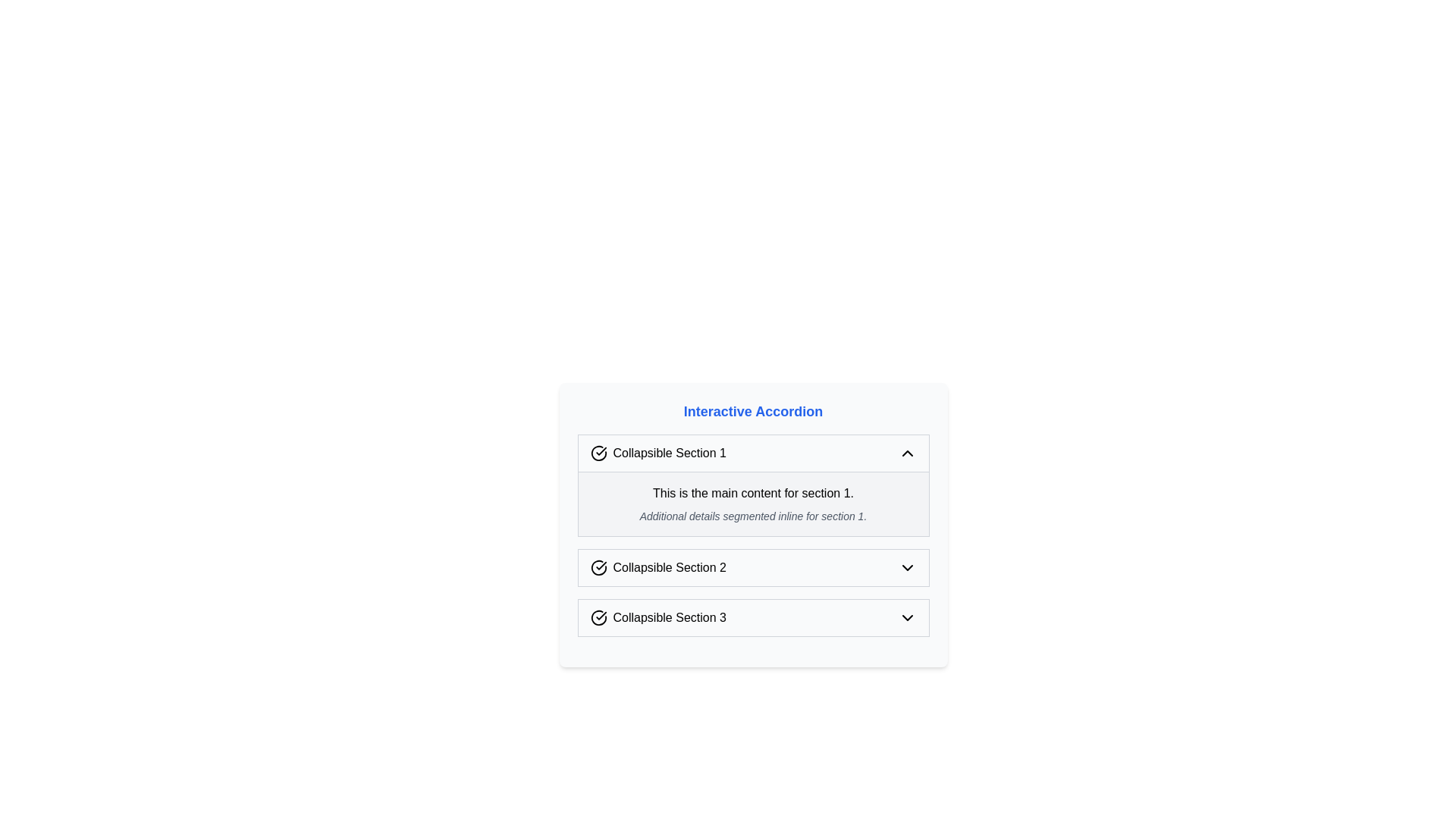 The image size is (1456, 819). What do you see at coordinates (658, 567) in the screenshot?
I see `the Text Label with Icon that serves as a title and trigger for the second collapsible section to navigate` at bounding box center [658, 567].